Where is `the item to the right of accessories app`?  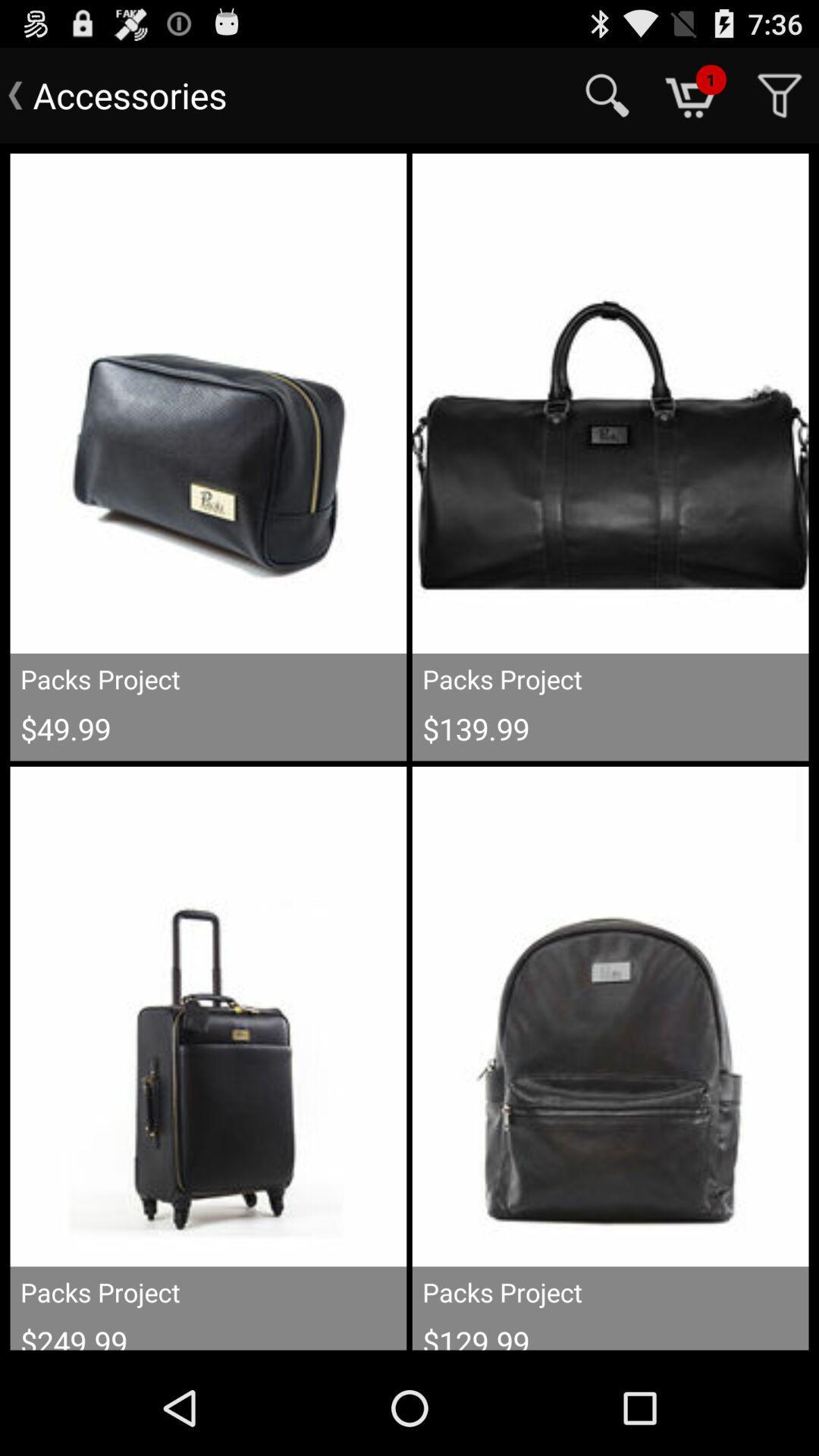 the item to the right of accessories app is located at coordinates (607, 94).